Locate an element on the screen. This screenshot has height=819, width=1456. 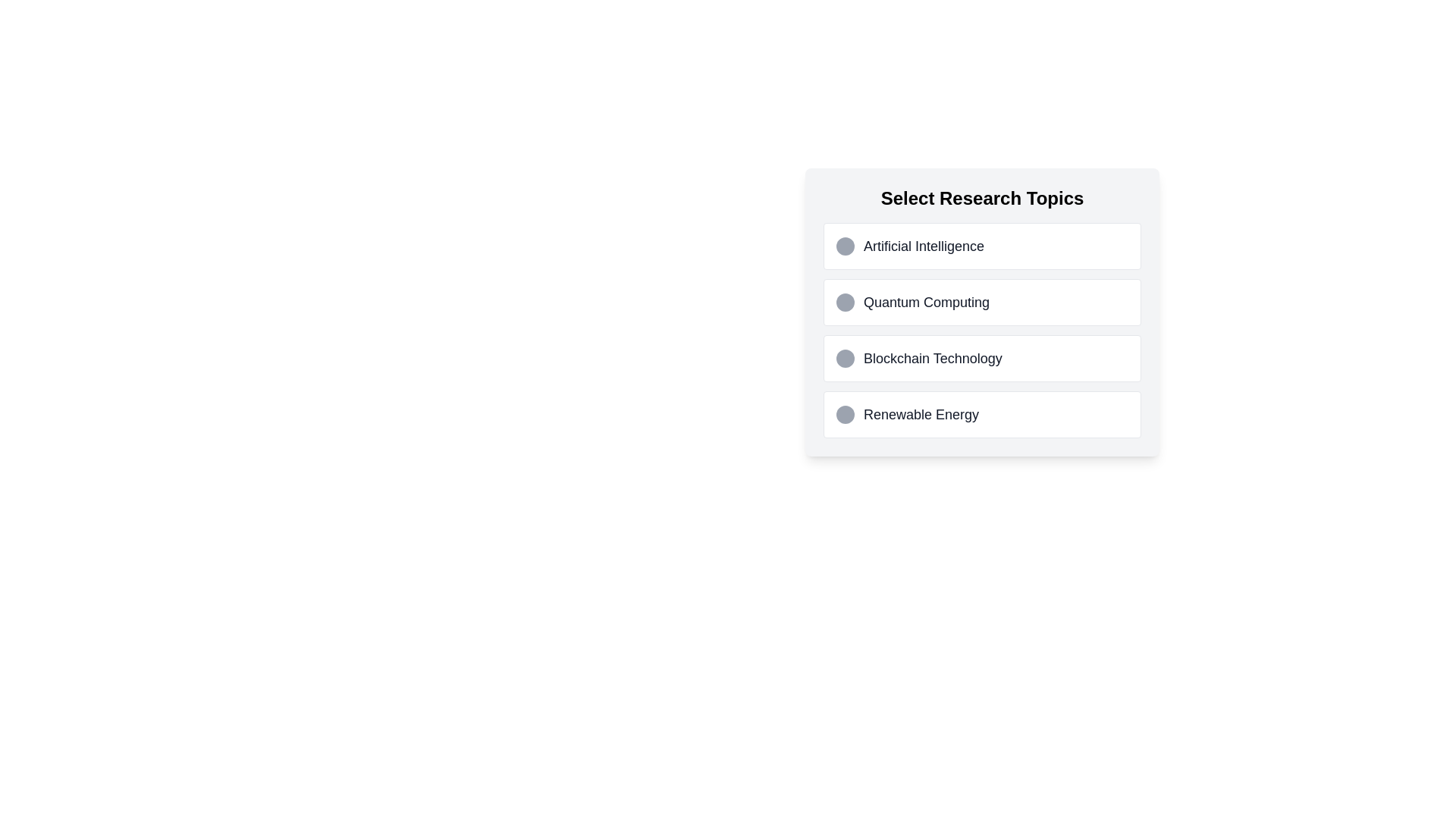
the fourth card labeled 'Renewable Energy' in the selectable list is located at coordinates (982, 415).